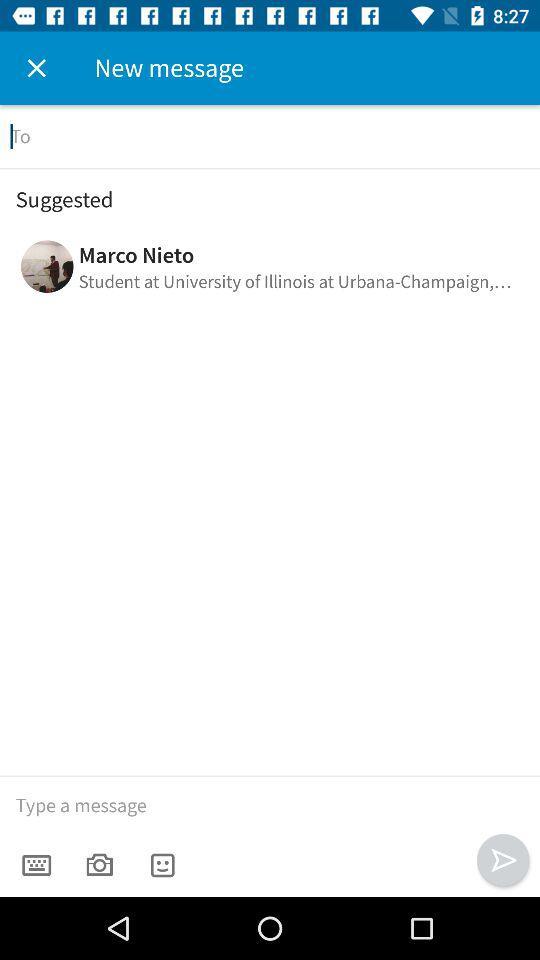 The width and height of the screenshot is (540, 960). Describe the element at coordinates (270, 805) in the screenshot. I see `type a message` at that location.